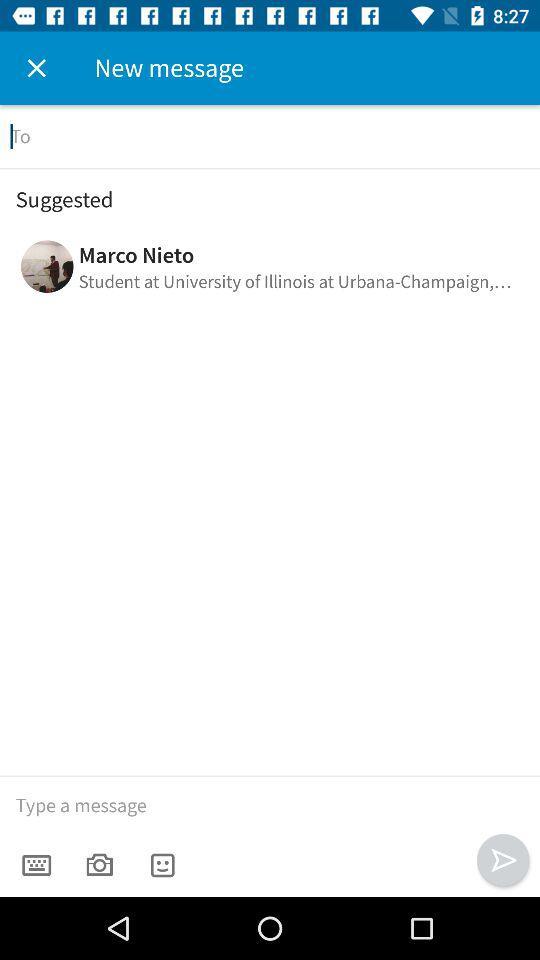 The width and height of the screenshot is (540, 960). Describe the element at coordinates (270, 805) in the screenshot. I see `type a message` at that location.